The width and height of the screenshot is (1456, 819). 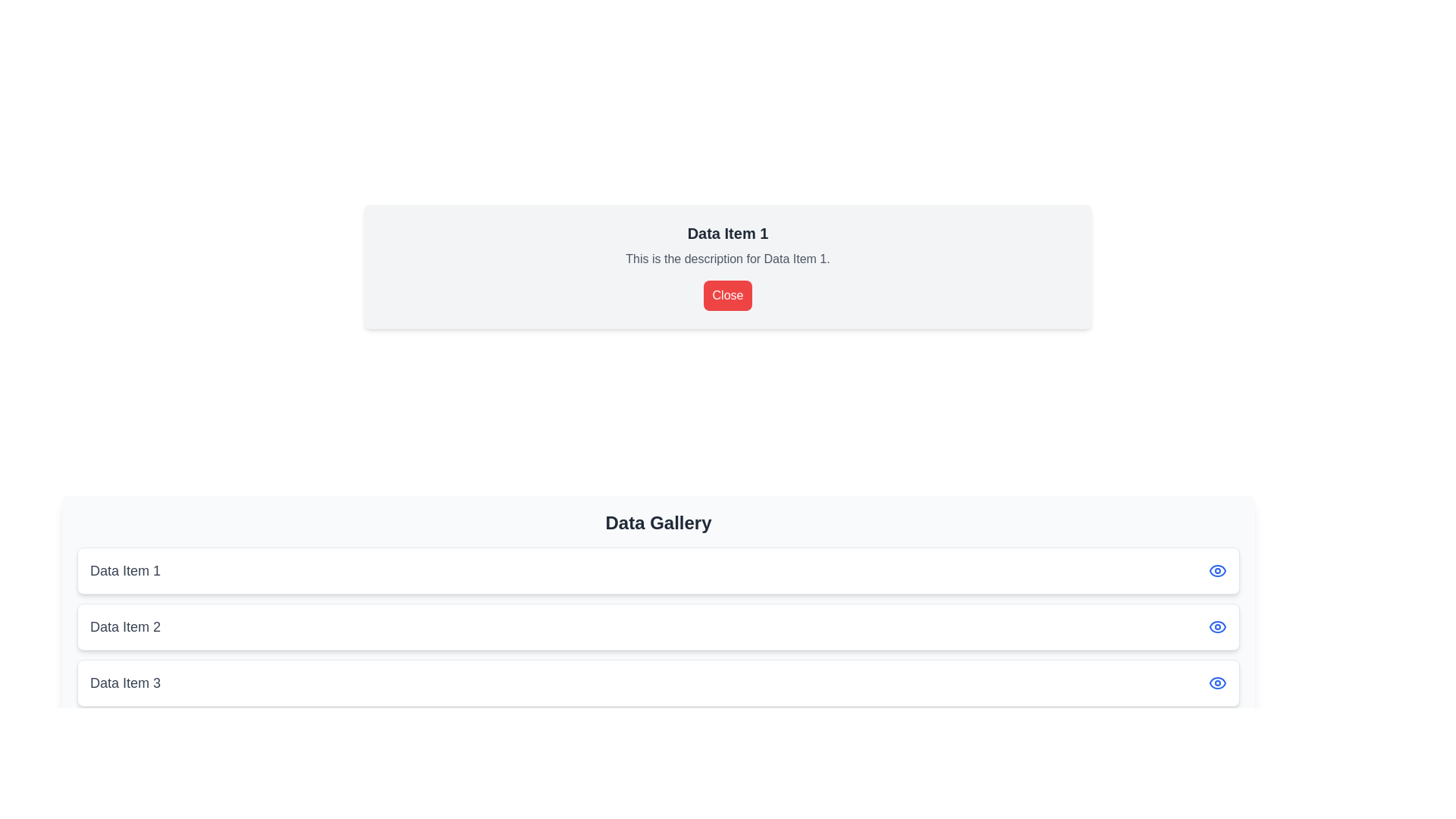 I want to click on the third list item in the 'Data Gallery' section, which is positioned below 'Data Item 2' and above 'Data Item 4', so click(x=658, y=683).